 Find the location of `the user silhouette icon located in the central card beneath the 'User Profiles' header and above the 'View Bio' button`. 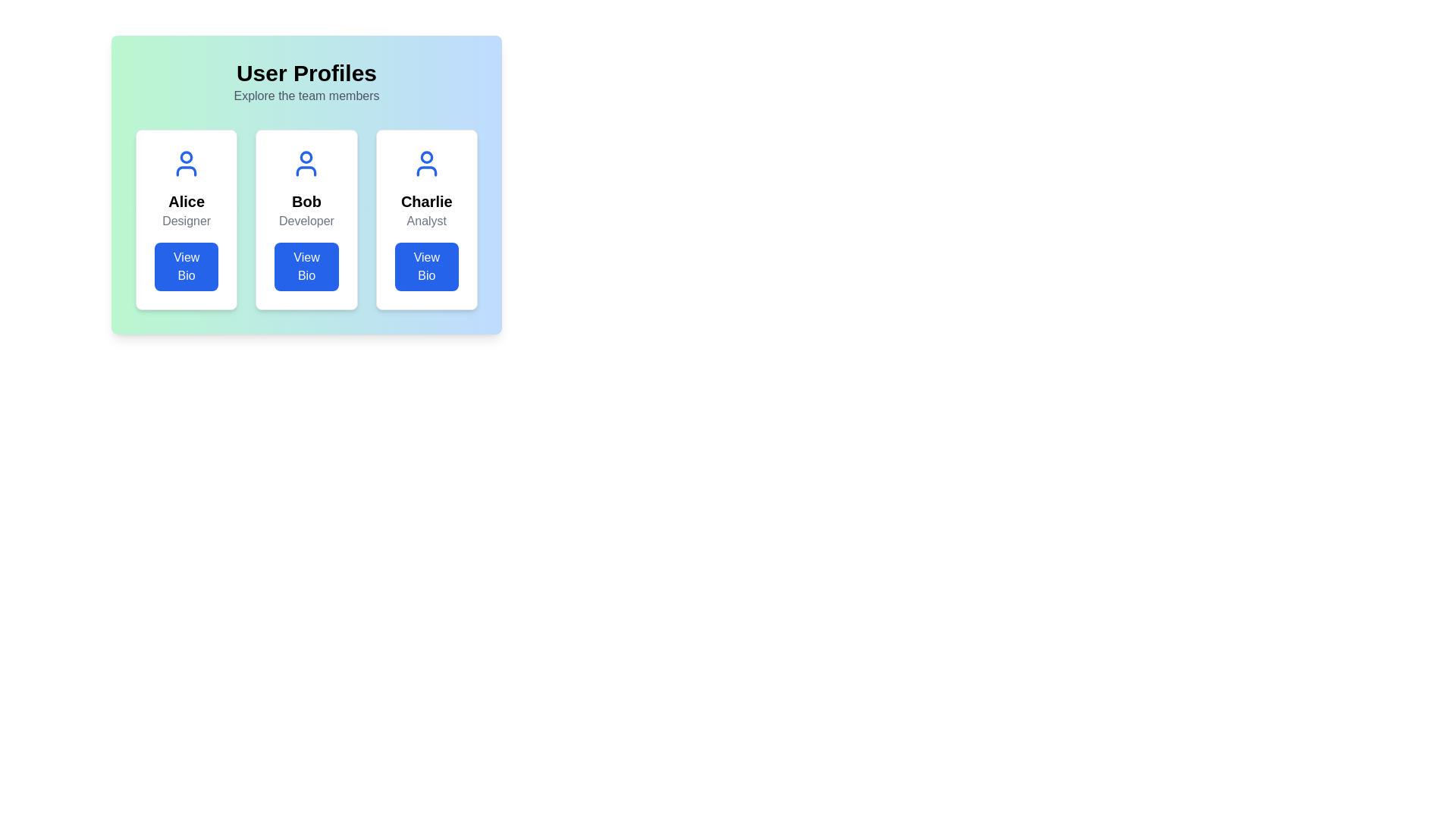

the user silhouette icon located in the central card beneath the 'User Profiles' header and above the 'View Bio' button is located at coordinates (306, 164).